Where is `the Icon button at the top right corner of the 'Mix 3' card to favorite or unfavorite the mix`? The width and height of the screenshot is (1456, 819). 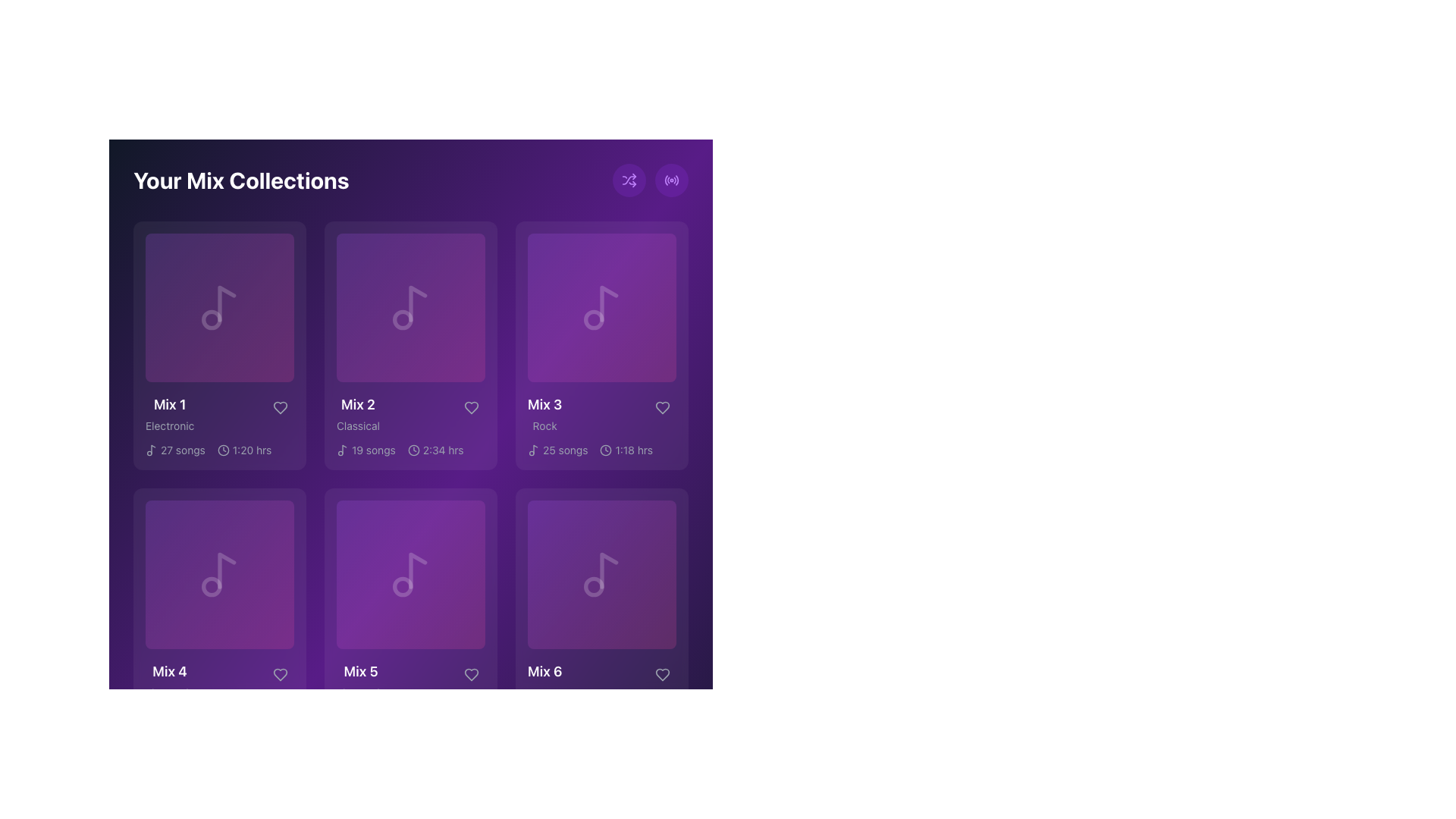 the Icon button at the top right corner of the 'Mix 3' card to favorite or unfavorite the mix is located at coordinates (662, 406).